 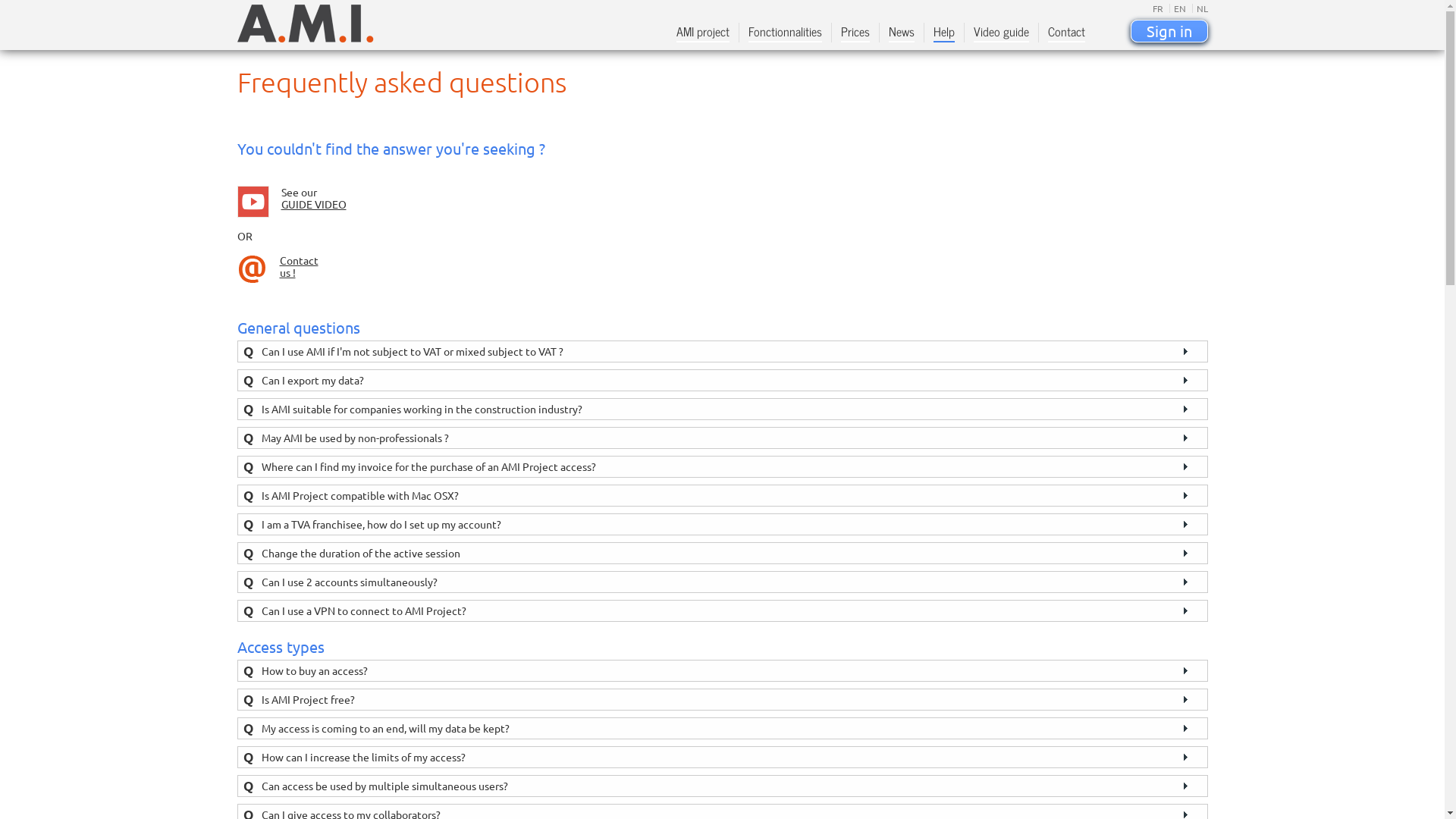 What do you see at coordinates (1156, 8) in the screenshot?
I see `'FR'` at bounding box center [1156, 8].